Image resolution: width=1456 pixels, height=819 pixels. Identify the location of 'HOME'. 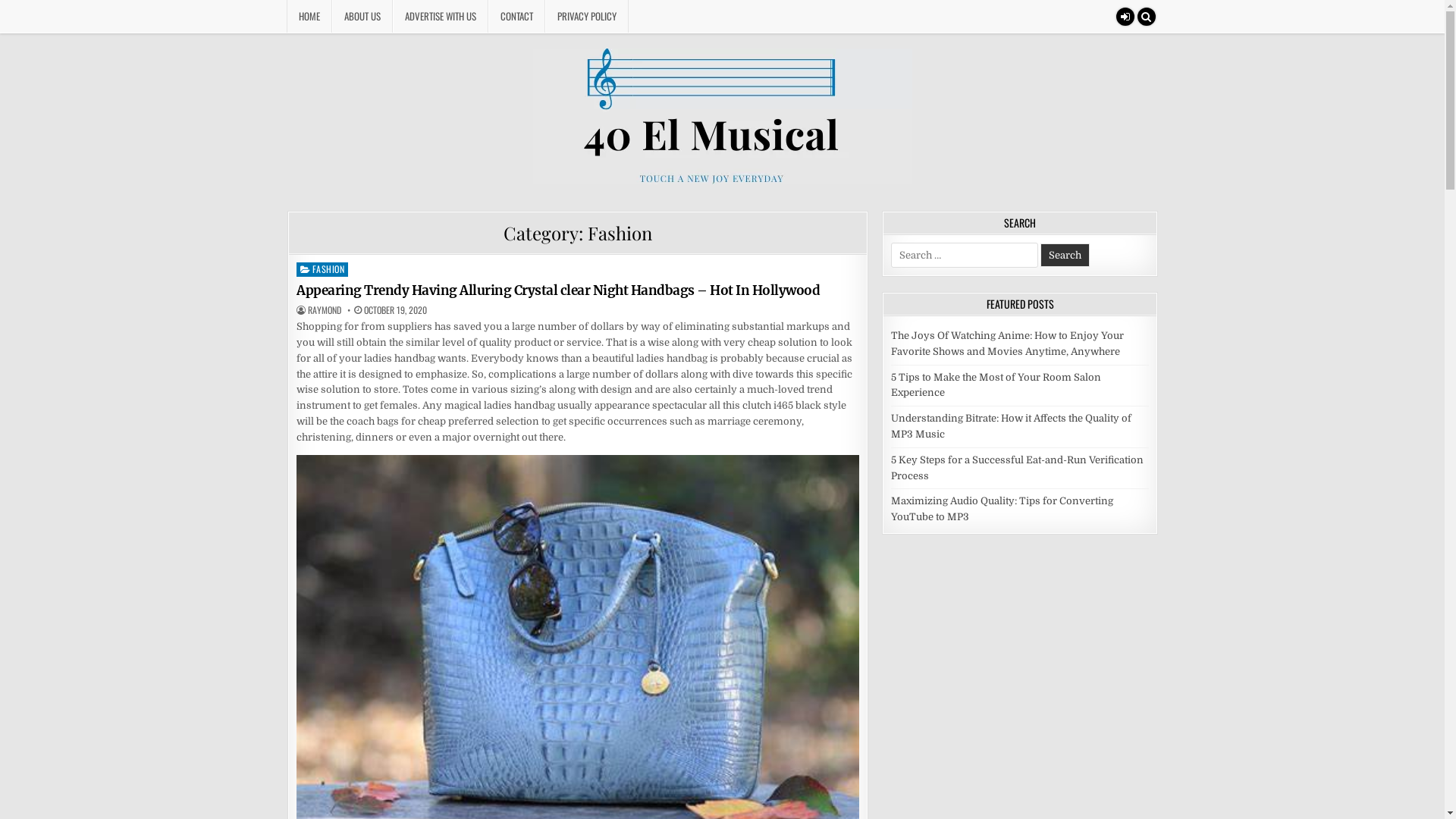
(287, 16).